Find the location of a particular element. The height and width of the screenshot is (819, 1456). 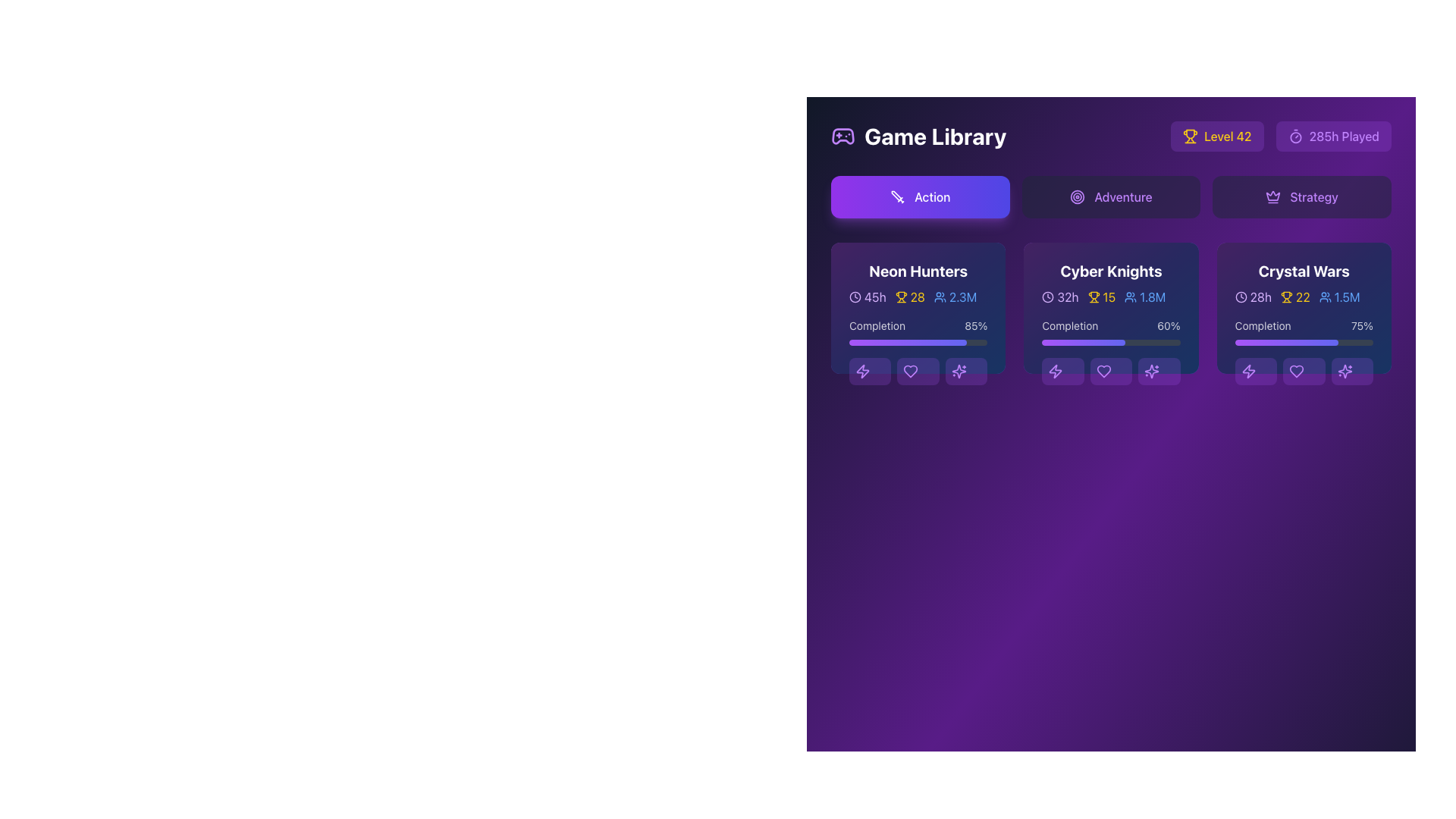

the Text label that specifies a duration related to the game 'Neon Hunters', which is aligned horizontally with an icon in the first column of the game card is located at coordinates (875, 297).